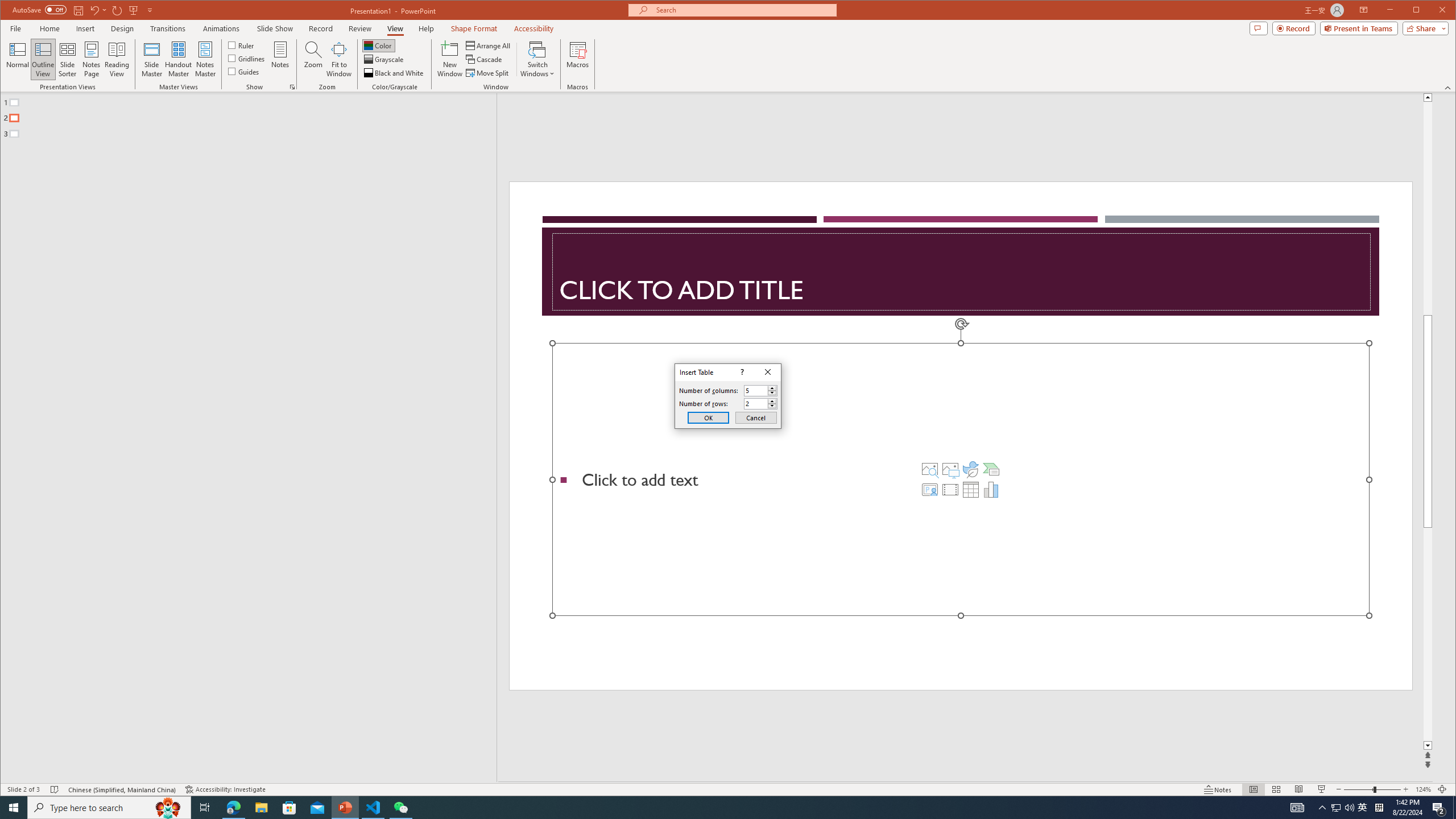 The width and height of the screenshot is (1456, 819). I want to click on 'Stock Images', so click(929, 469).